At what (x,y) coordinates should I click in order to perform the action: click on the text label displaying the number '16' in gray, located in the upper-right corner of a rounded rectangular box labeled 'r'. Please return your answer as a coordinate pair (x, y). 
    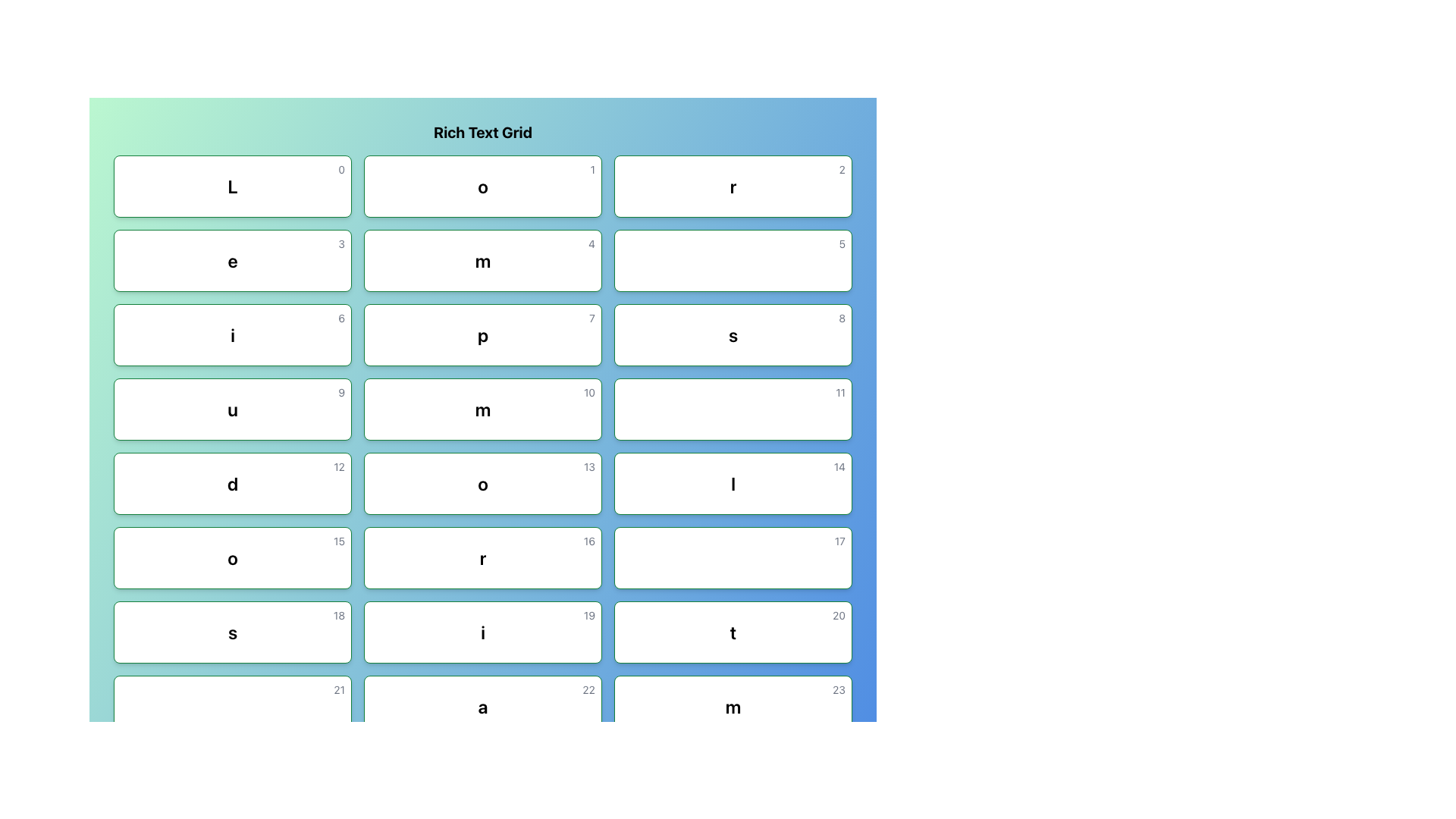
    Looking at the image, I should click on (588, 540).